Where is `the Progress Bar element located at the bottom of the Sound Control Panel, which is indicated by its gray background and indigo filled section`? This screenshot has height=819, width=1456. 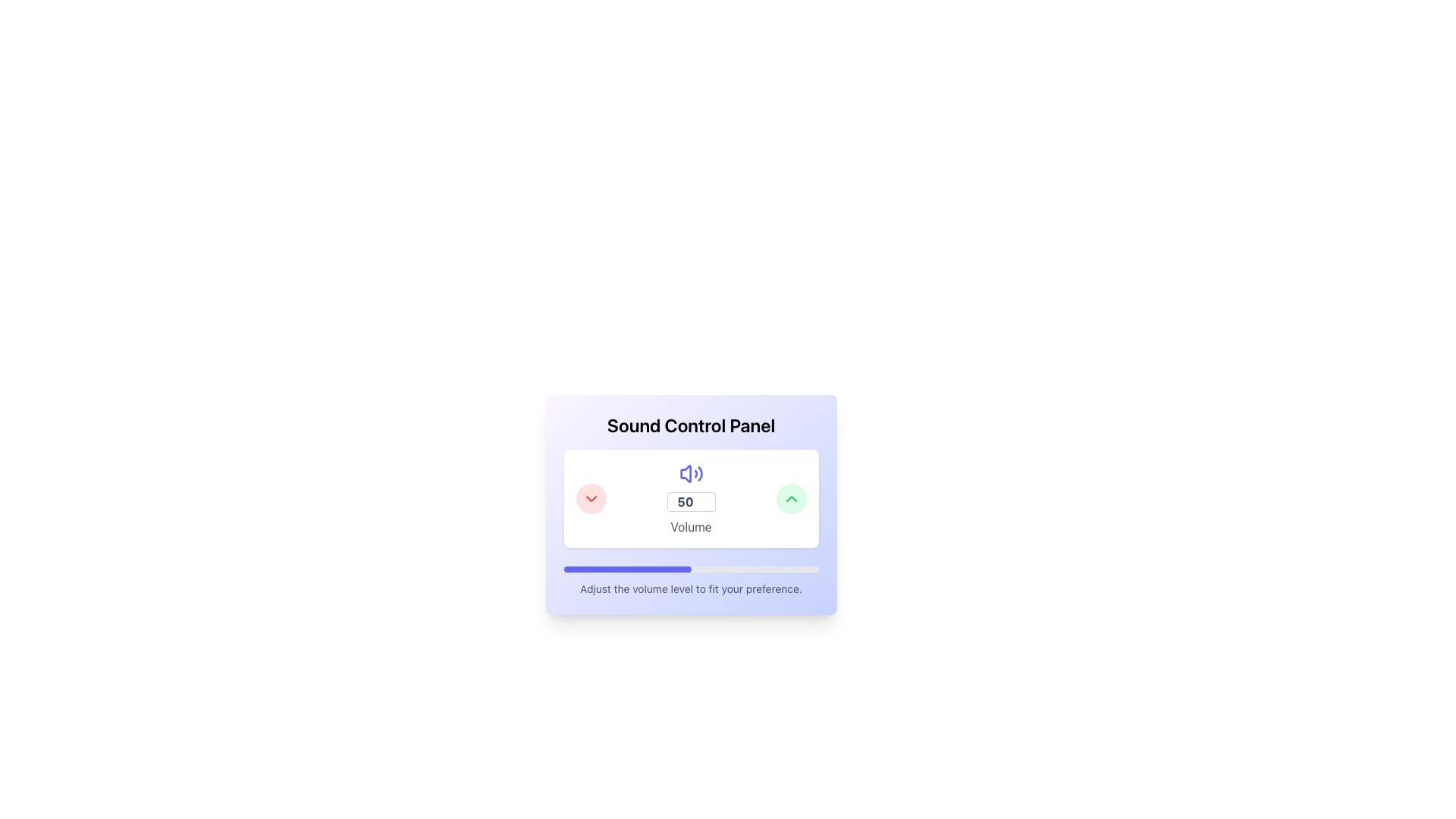
the Progress Bar element located at the bottom of the Sound Control Panel, which is indicated by its gray background and indigo filled section is located at coordinates (690, 570).